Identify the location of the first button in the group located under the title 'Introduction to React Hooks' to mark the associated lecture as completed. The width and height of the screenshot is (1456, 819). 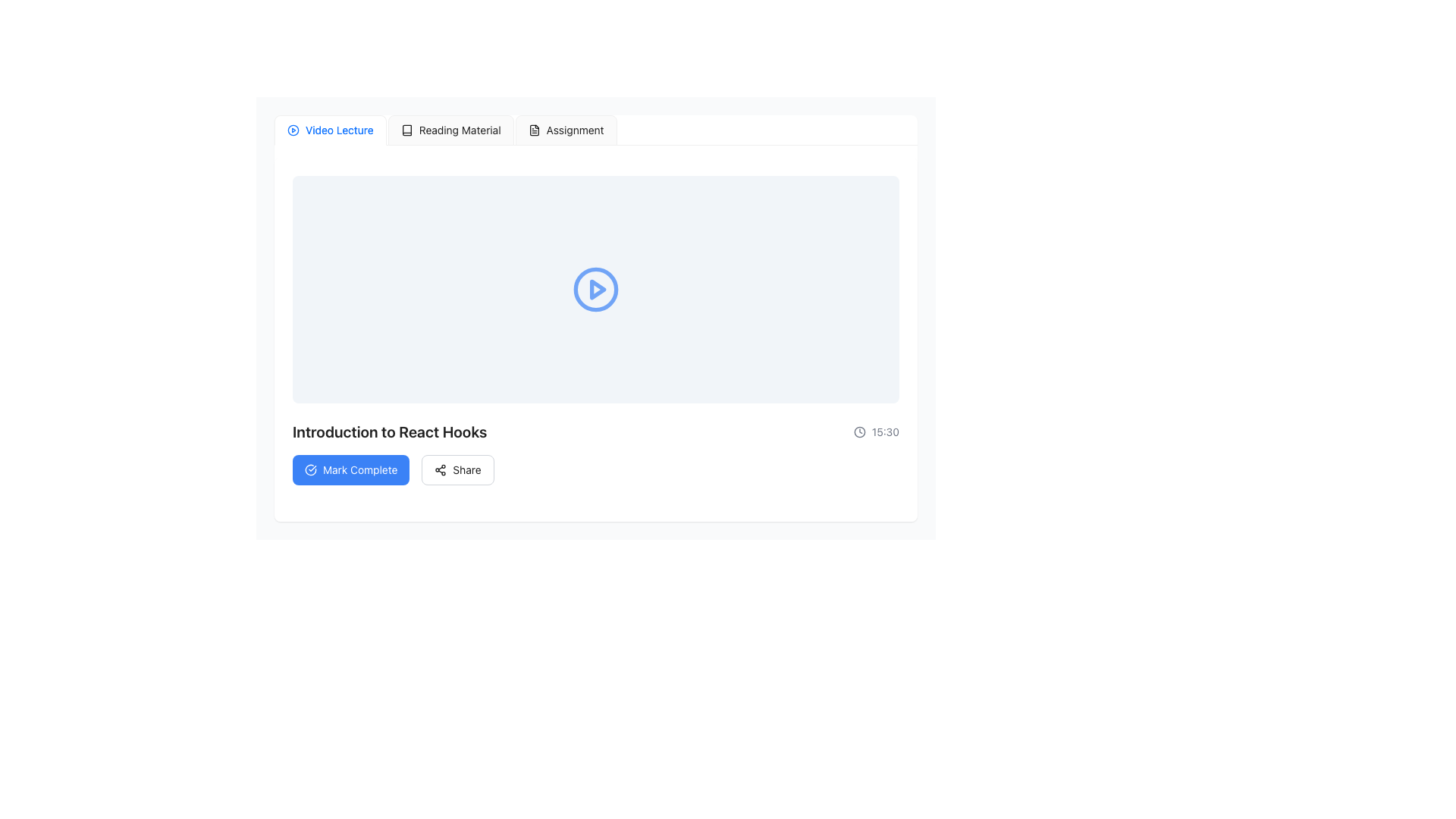
(350, 469).